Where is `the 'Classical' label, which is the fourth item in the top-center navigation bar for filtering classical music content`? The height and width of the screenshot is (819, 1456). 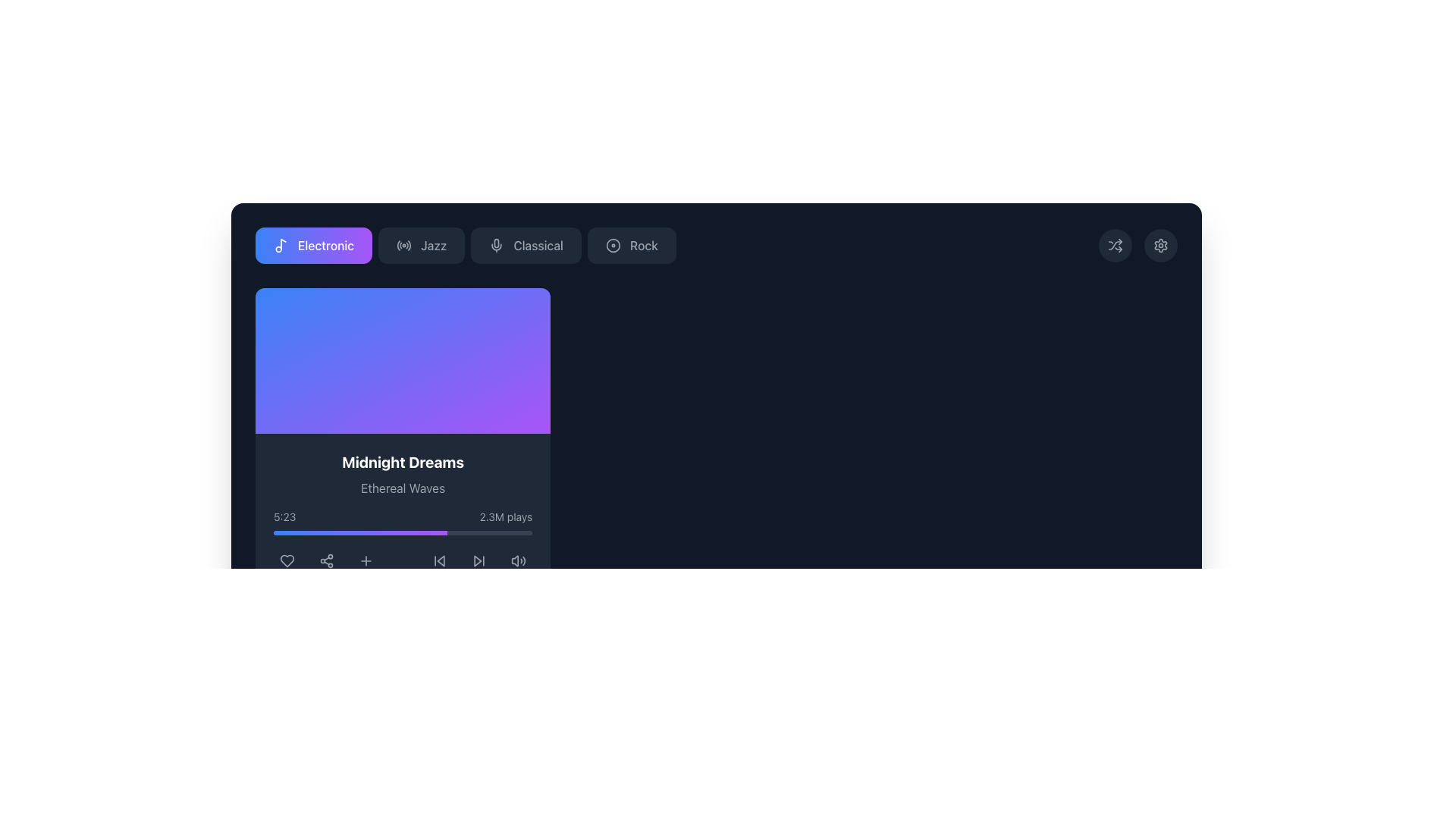
the 'Classical' label, which is the fourth item in the top-center navigation bar for filtering classical music content is located at coordinates (538, 245).